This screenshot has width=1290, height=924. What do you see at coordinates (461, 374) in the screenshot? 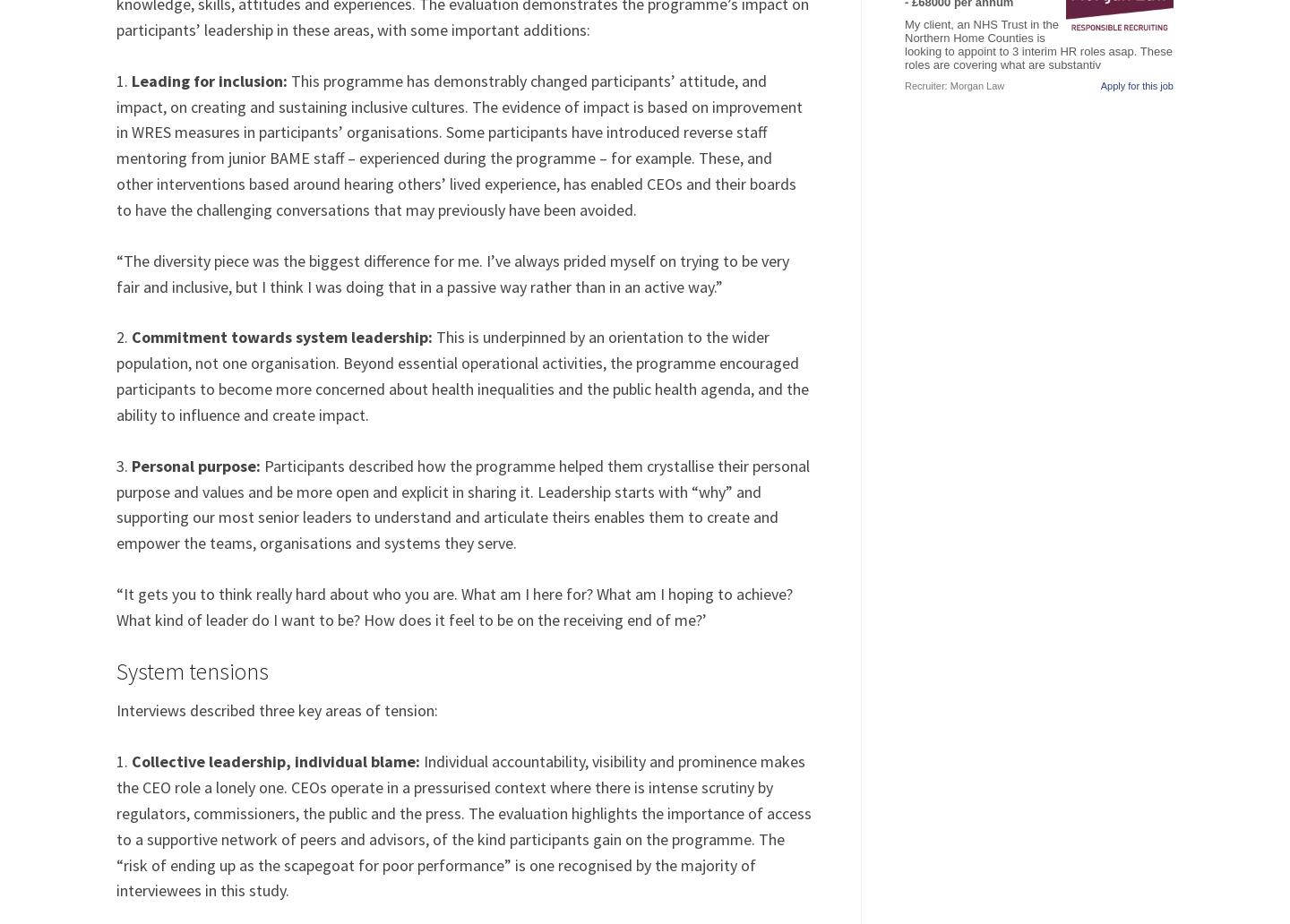
I see `'This is underpinned by an orientation to the wider population, not one organisation. Beyond essential operational activities, the programme encouraged participants to become more concerned about health inequalities and the public health agenda, and the ability to influence and create impact.'` at bounding box center [461, 374].